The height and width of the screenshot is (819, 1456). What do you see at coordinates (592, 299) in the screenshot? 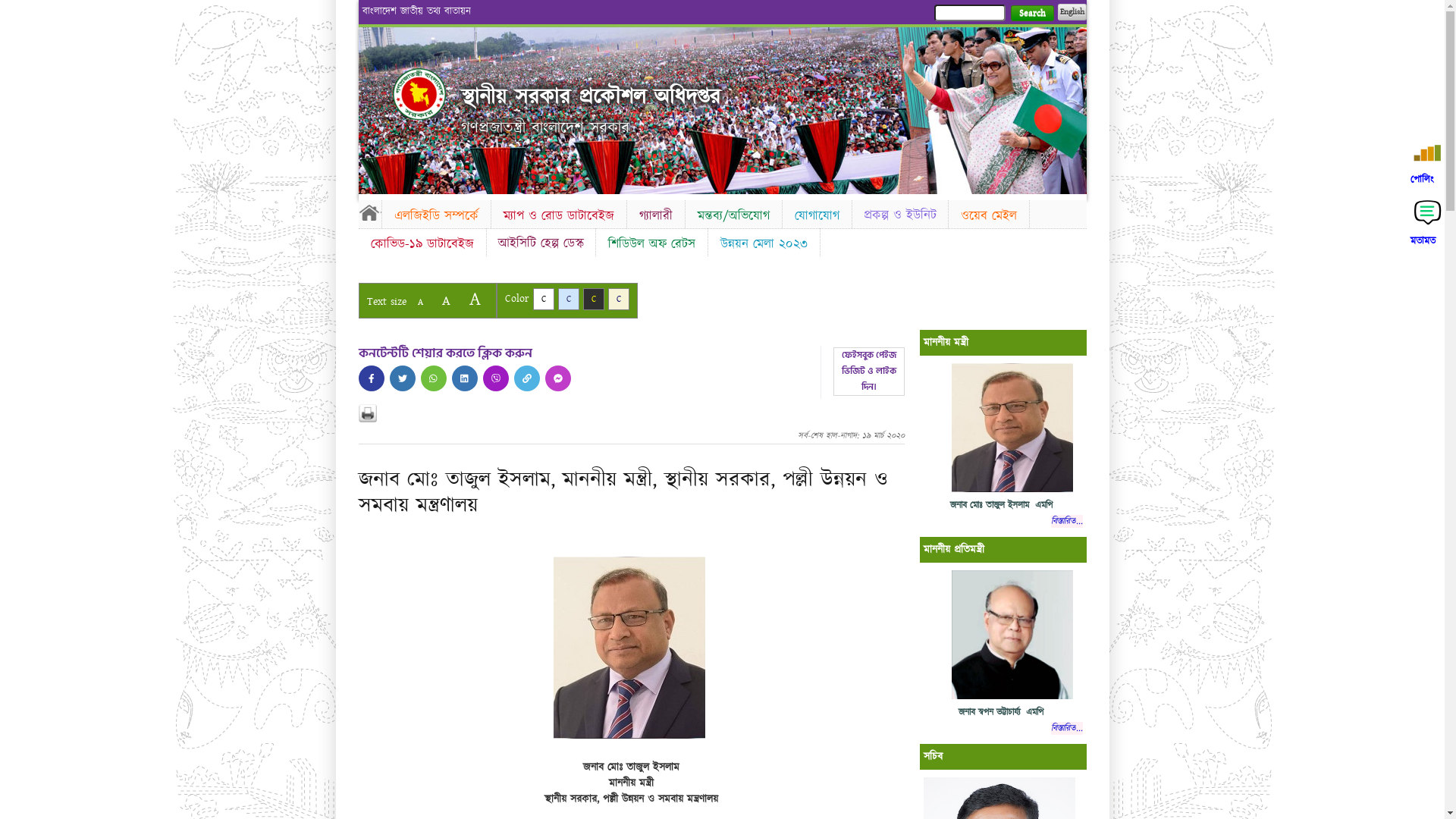
I see `'C'` at bounding box center [592, 299].